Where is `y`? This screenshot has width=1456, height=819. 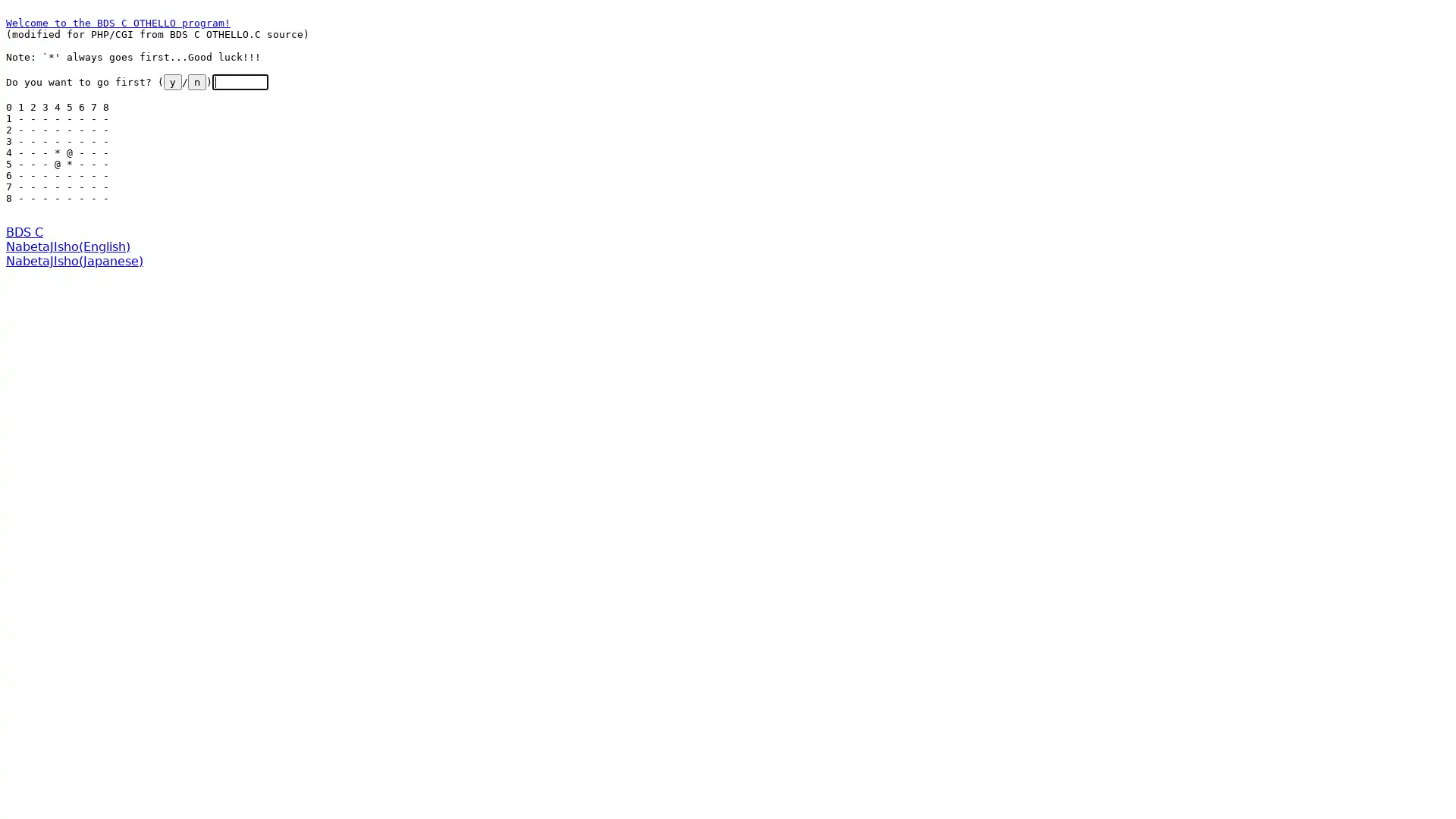 y is located at coordinates (172, 82).